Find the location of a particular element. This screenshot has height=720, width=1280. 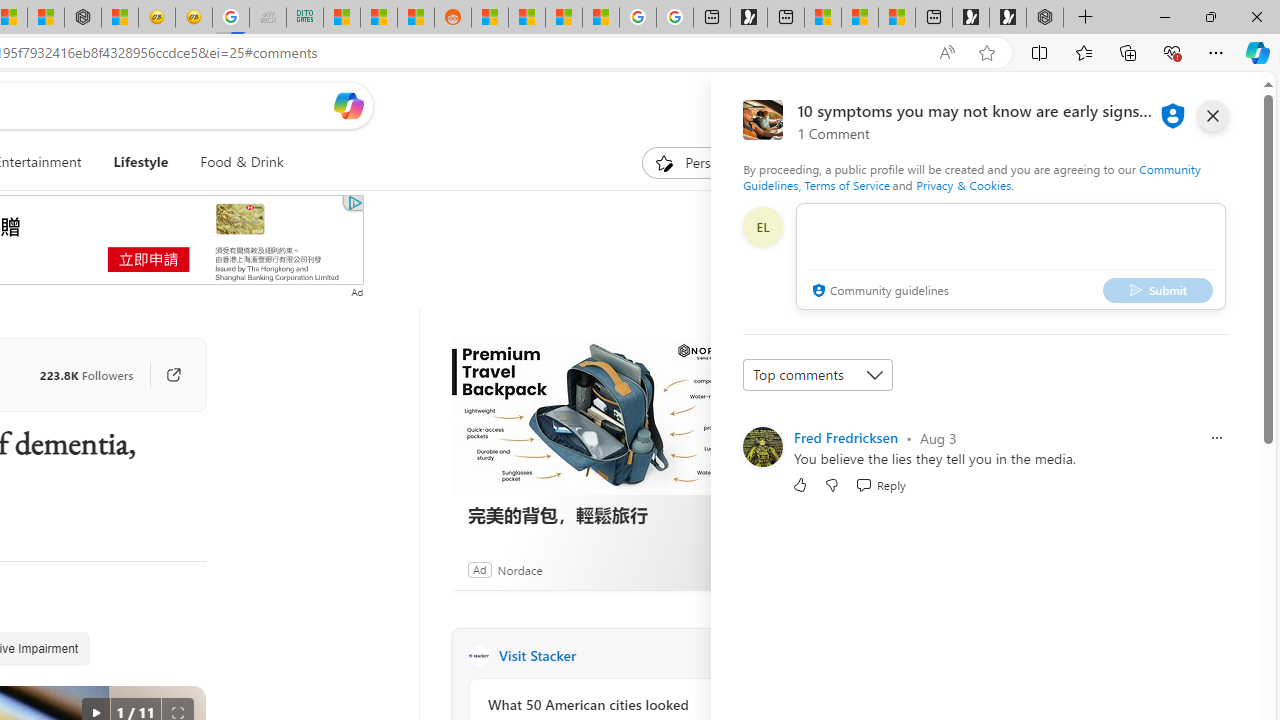

'Microsoft Start Gaming' is located at coordinates (747, 17).